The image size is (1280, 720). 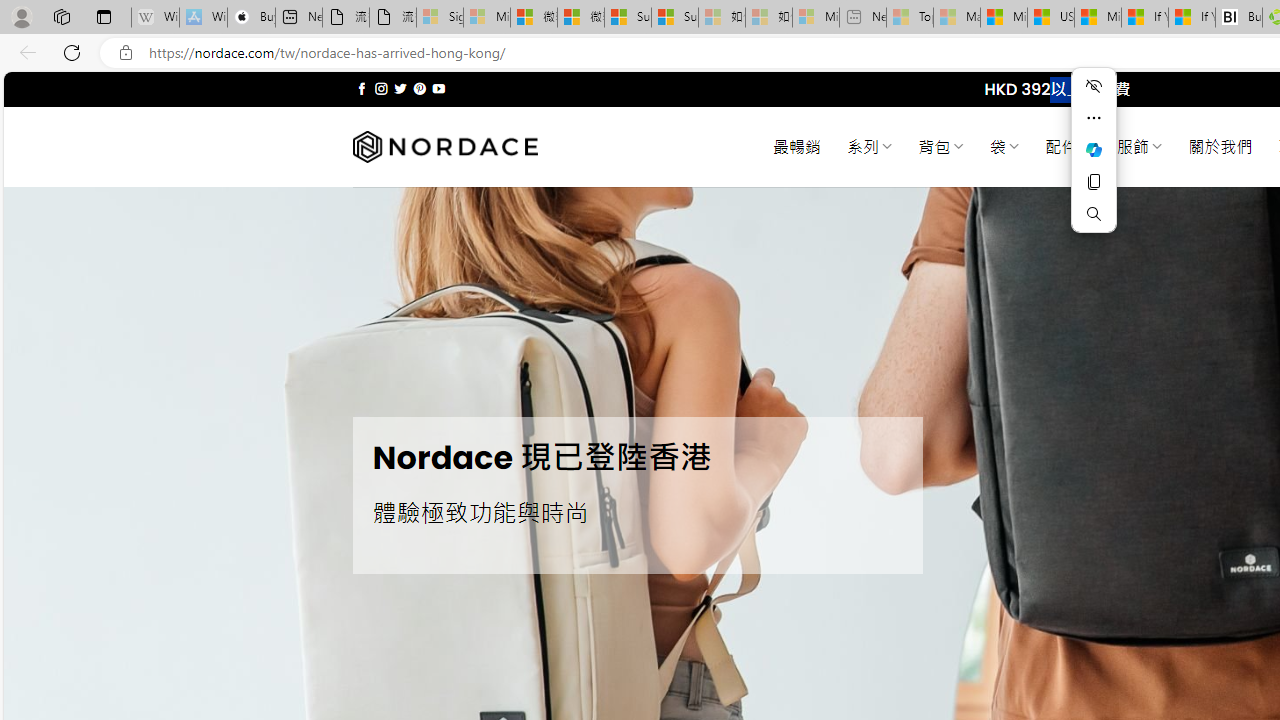 I want to click on 'Ask Copilot', so click(x=1093, y=149).